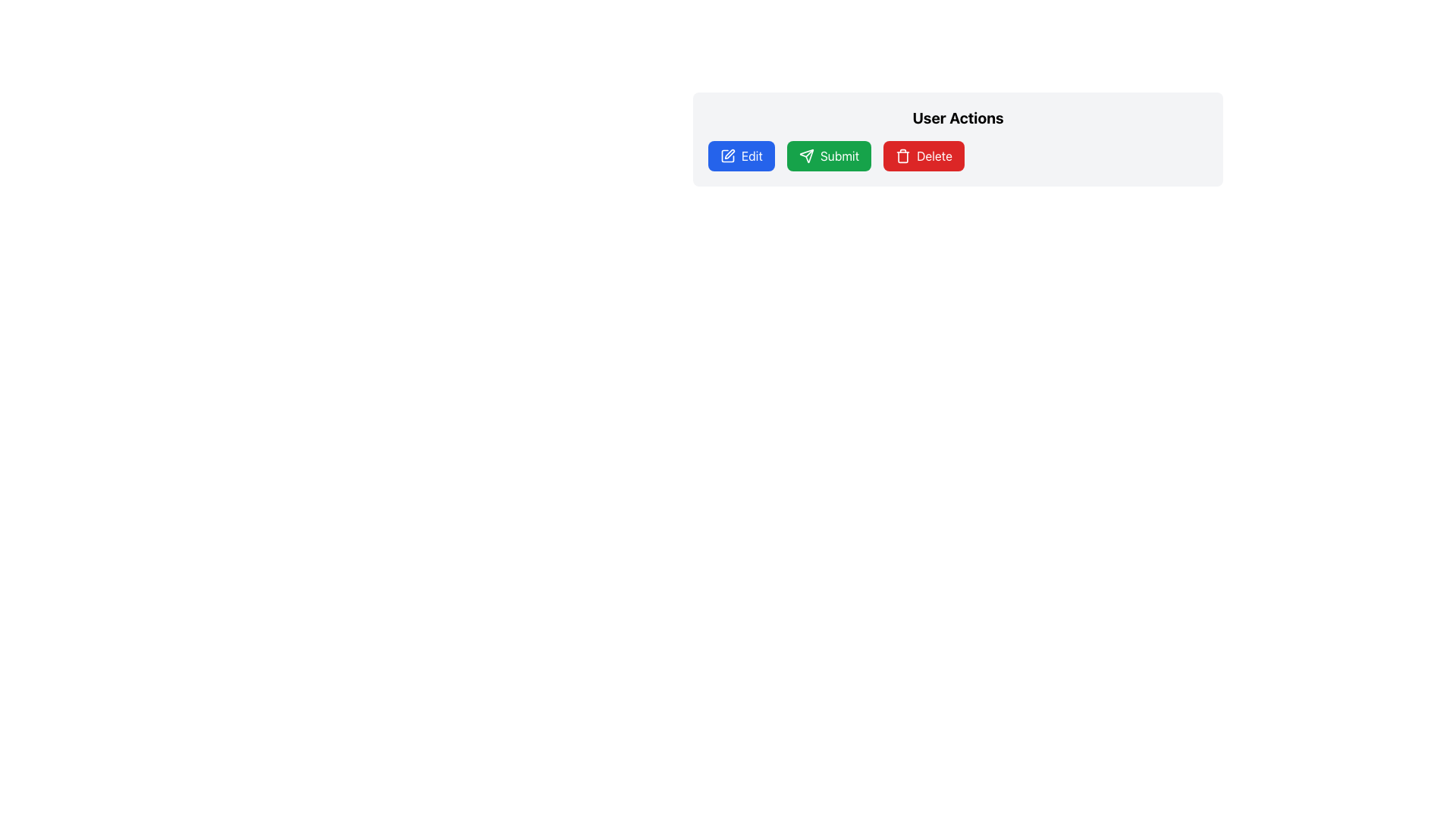 This screenshot has width=1456, height=819. I want to click on the Edit icon located at the top-left of the Edit button in the user interface, so click(728, 155).